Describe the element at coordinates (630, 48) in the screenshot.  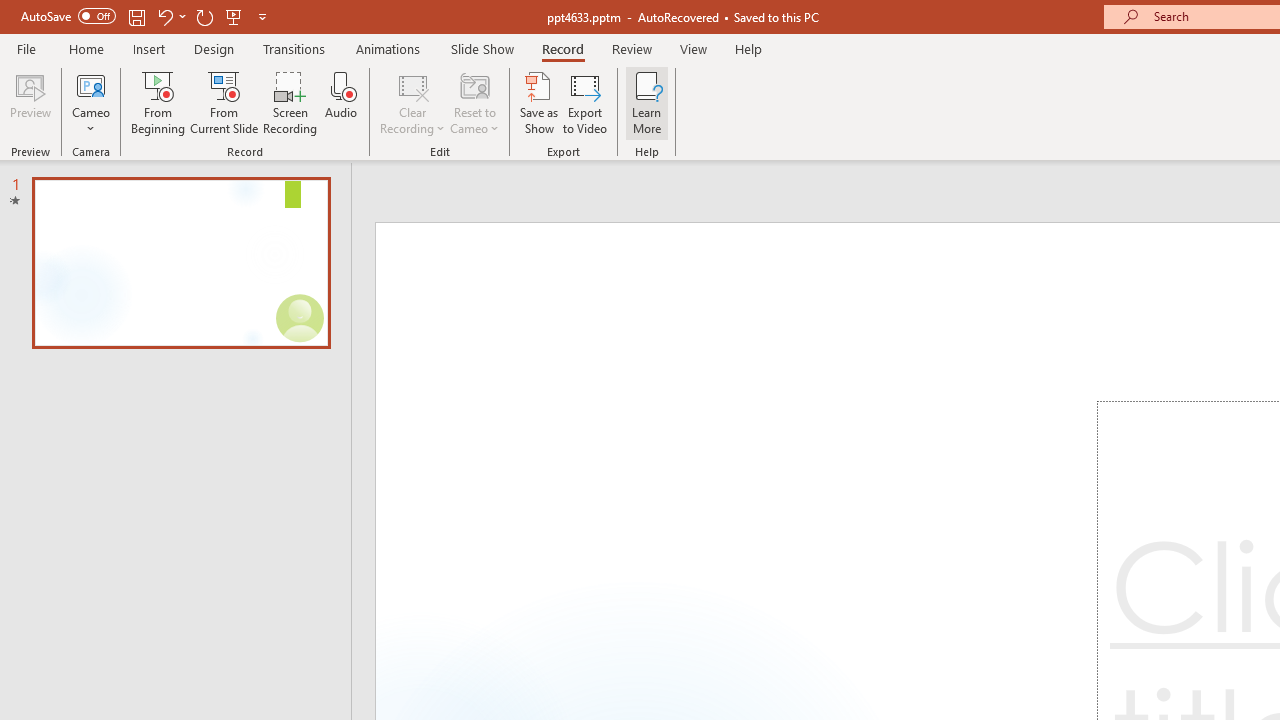
I see `'Review'` at that location.